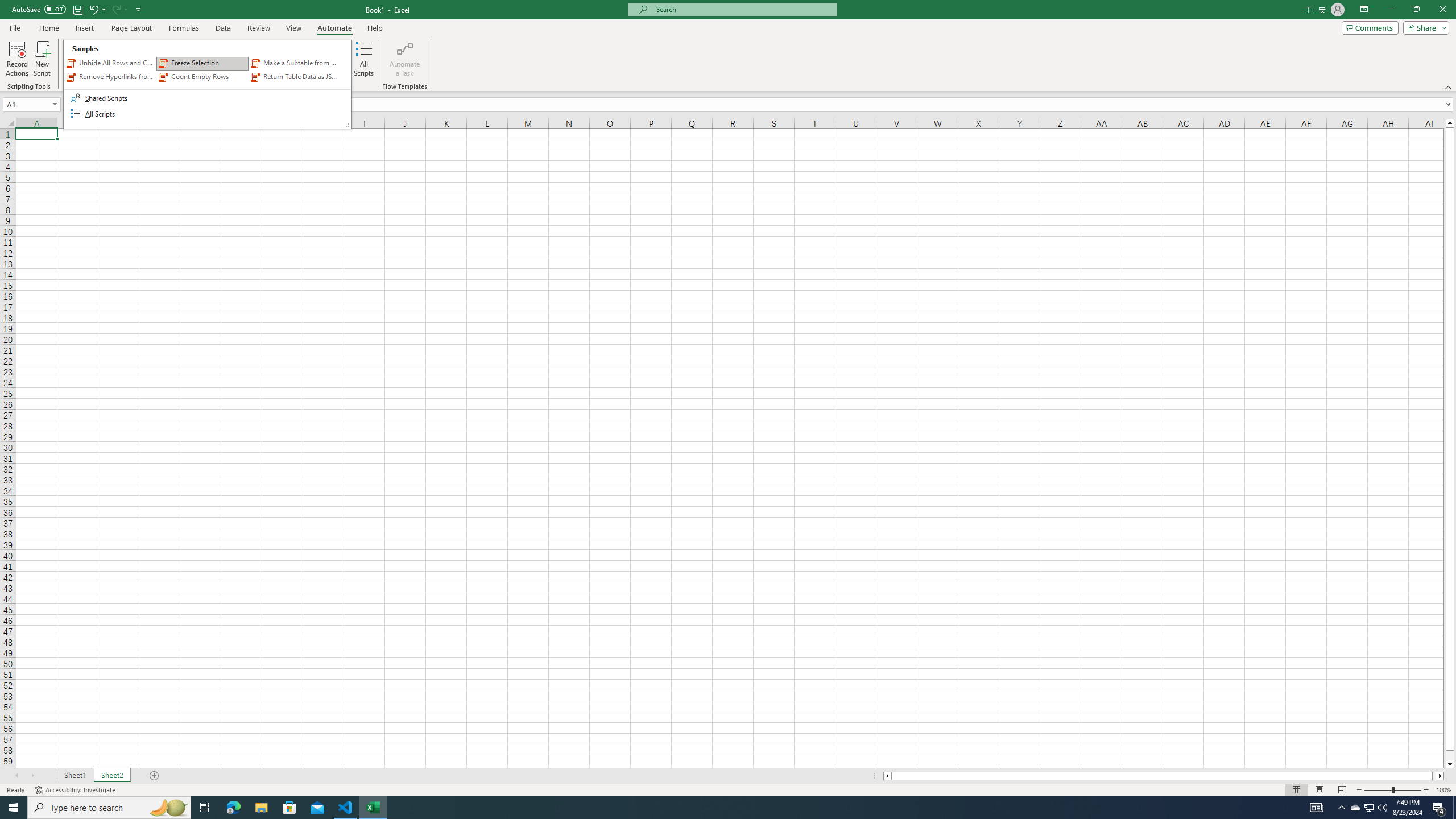 The width and height of the screenshot is (1456, 819). What do you see at coordinates (1342, 806) in the screenshot?
I see `'Notification Chevron'` at bounding box center [1342, 806].